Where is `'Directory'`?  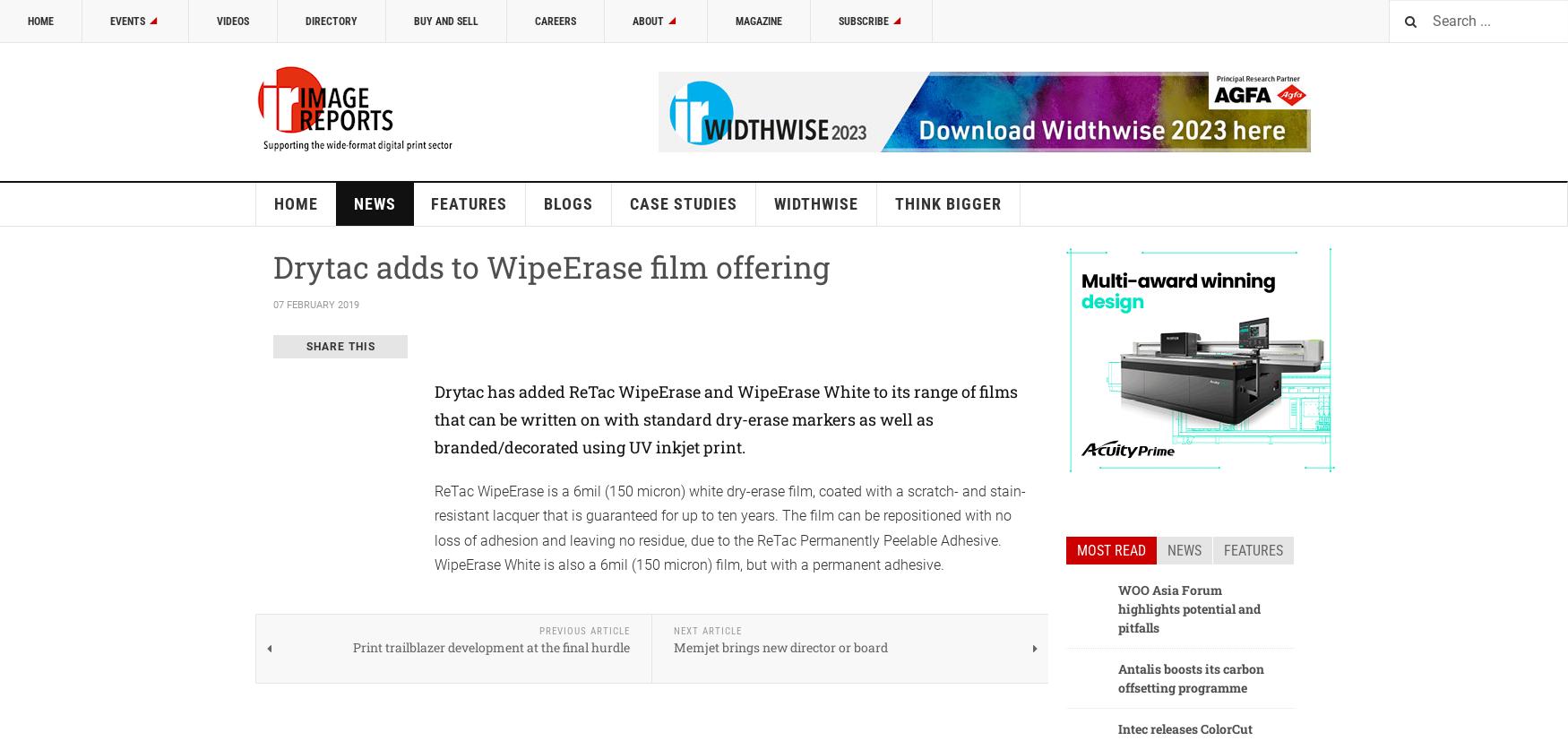
'Directory' is located at coordinates (331, 21).